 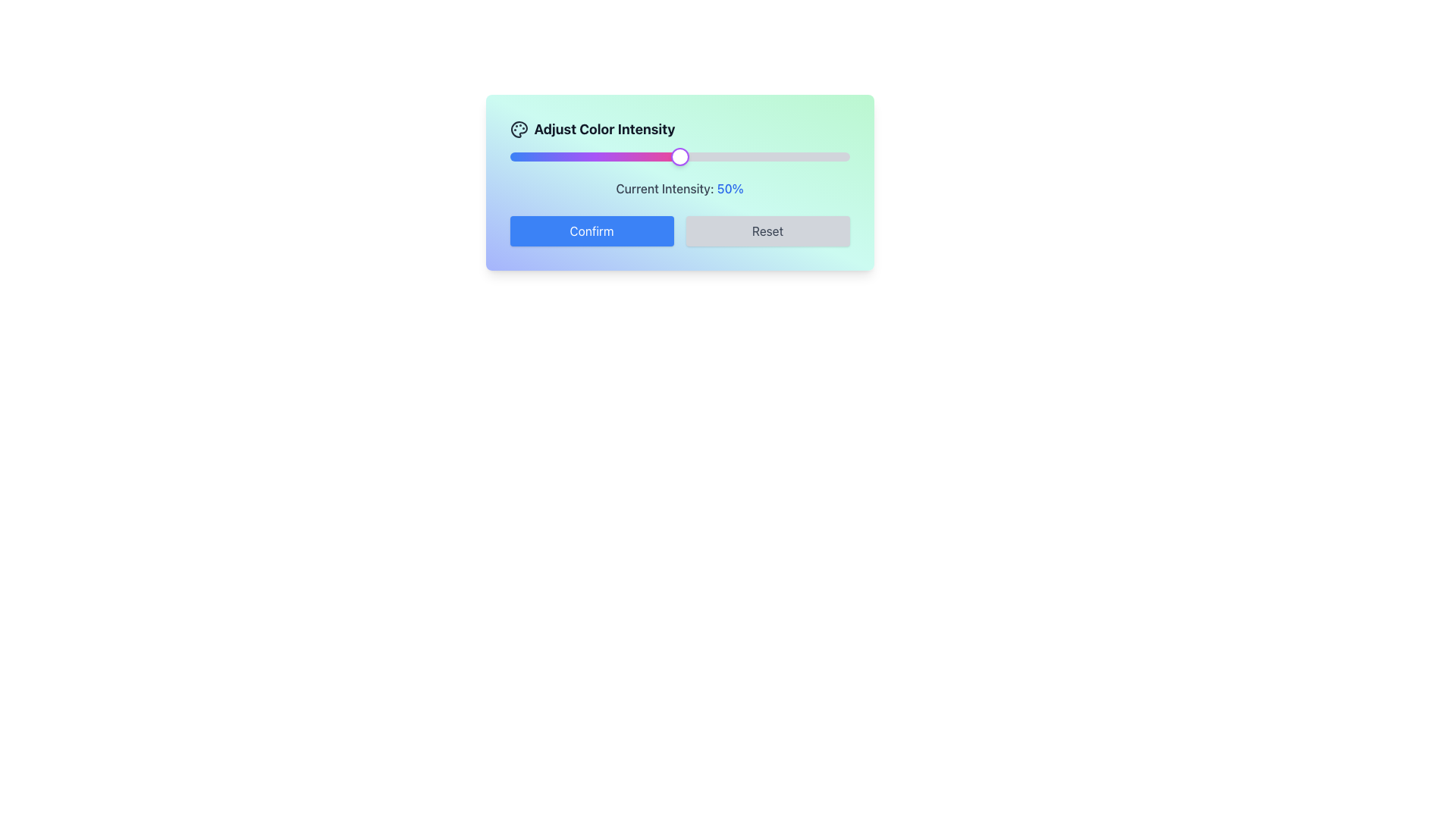 What do you see at coordinates (679, 188) in the screenshot?
I see `the text label displaying 'Current Intensity: 50%' with '50%' highlighted in blue, located below the slider bar and above the 'Confirm' and 'Reset' buttons` at bounding box center [679, 188].